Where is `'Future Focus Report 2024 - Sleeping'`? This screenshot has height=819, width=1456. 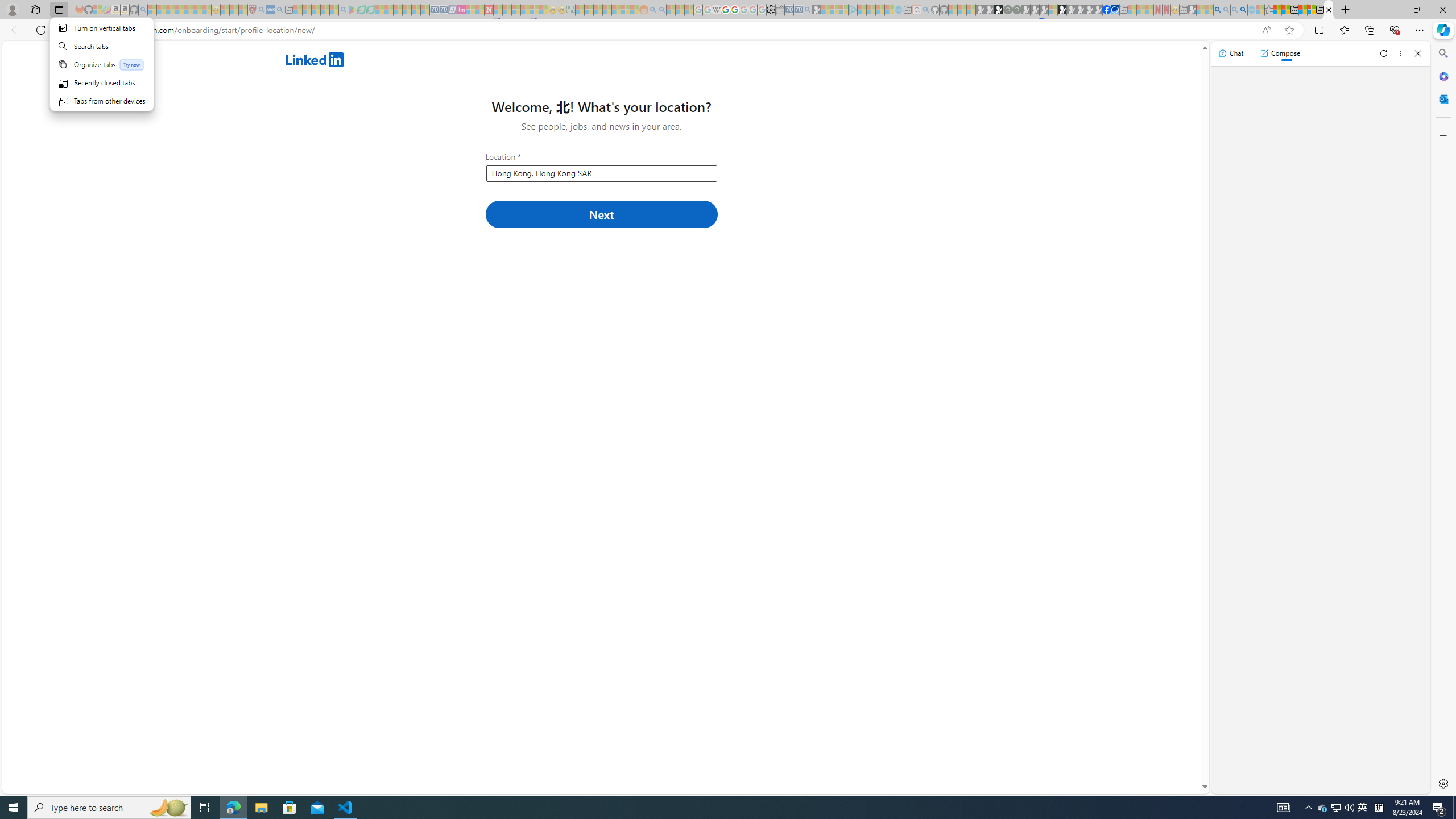 'Future Focus Report 2024 - Sleeping' is located at coordinates (1016, 9).